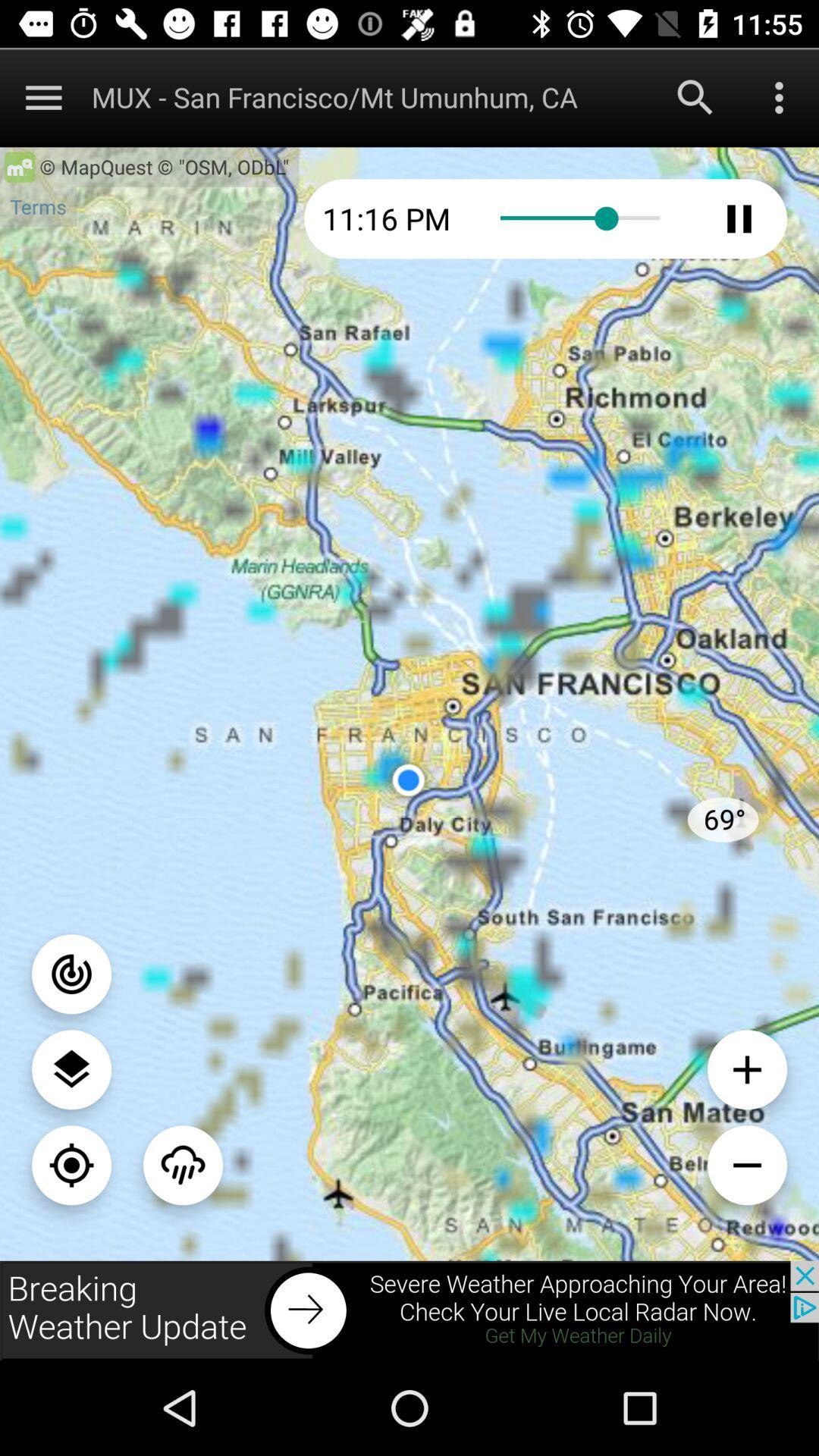 Image resolution: width=819 pixels, height=1456 pixels. Describe the element at coordinates (746, 1164) in the screenshot. I see `less than symbol` at that location.